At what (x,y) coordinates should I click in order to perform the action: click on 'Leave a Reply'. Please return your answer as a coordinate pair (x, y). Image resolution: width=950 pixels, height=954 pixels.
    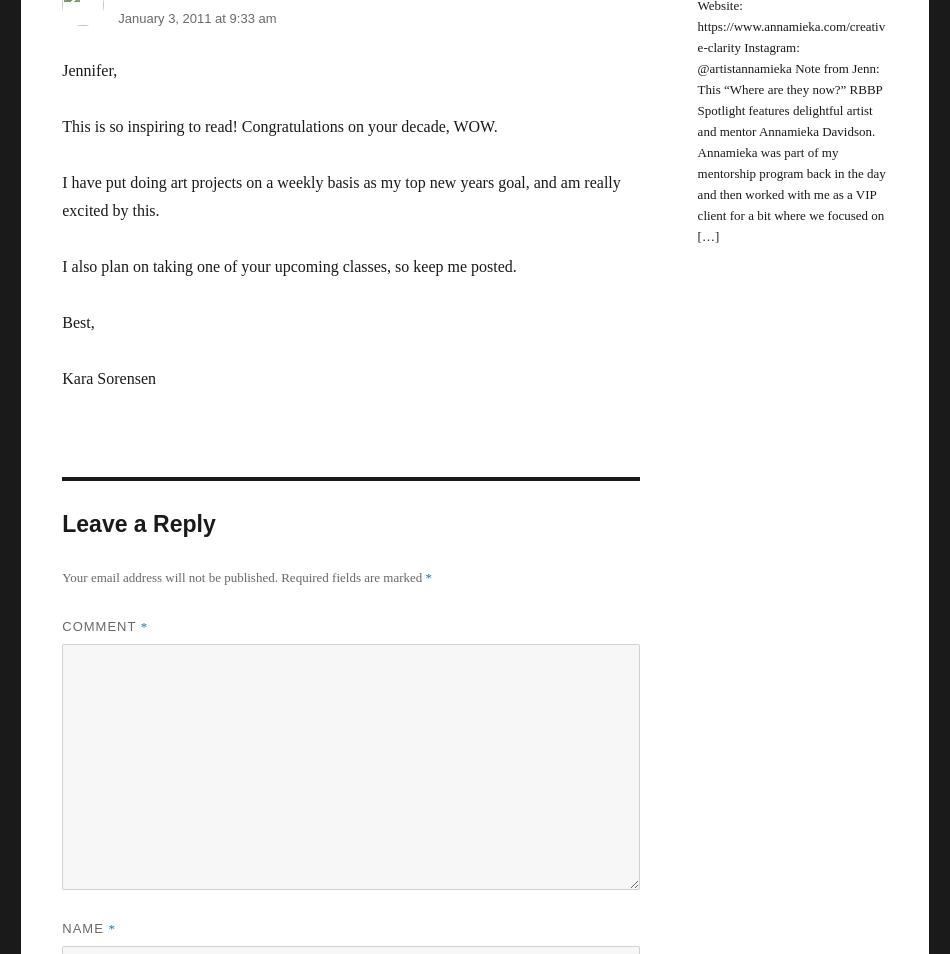
    Looking at the image, I should click on (62, 523).